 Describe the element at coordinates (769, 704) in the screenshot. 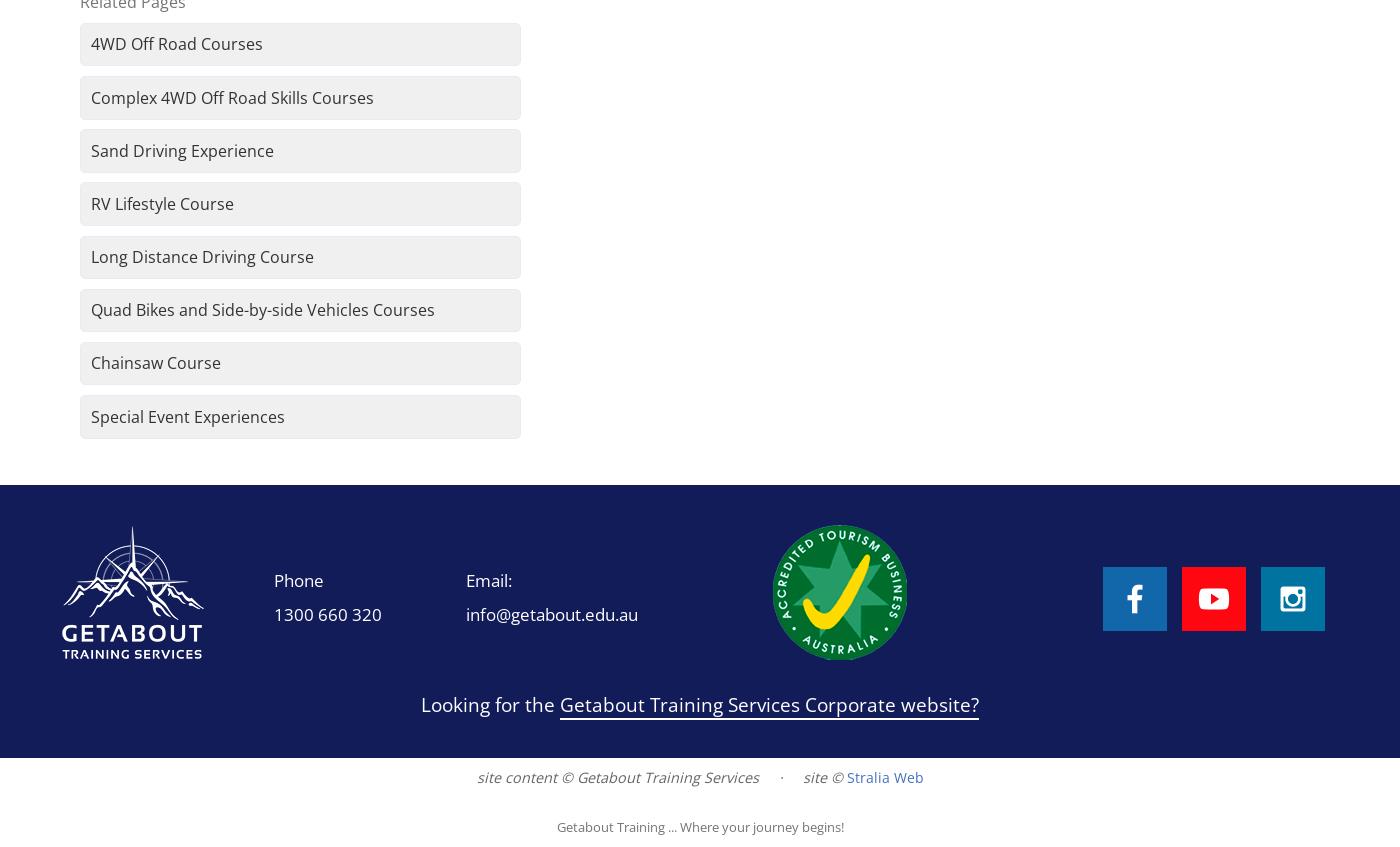

I see `'Getabout Training Services Corporate website?'` at that location.